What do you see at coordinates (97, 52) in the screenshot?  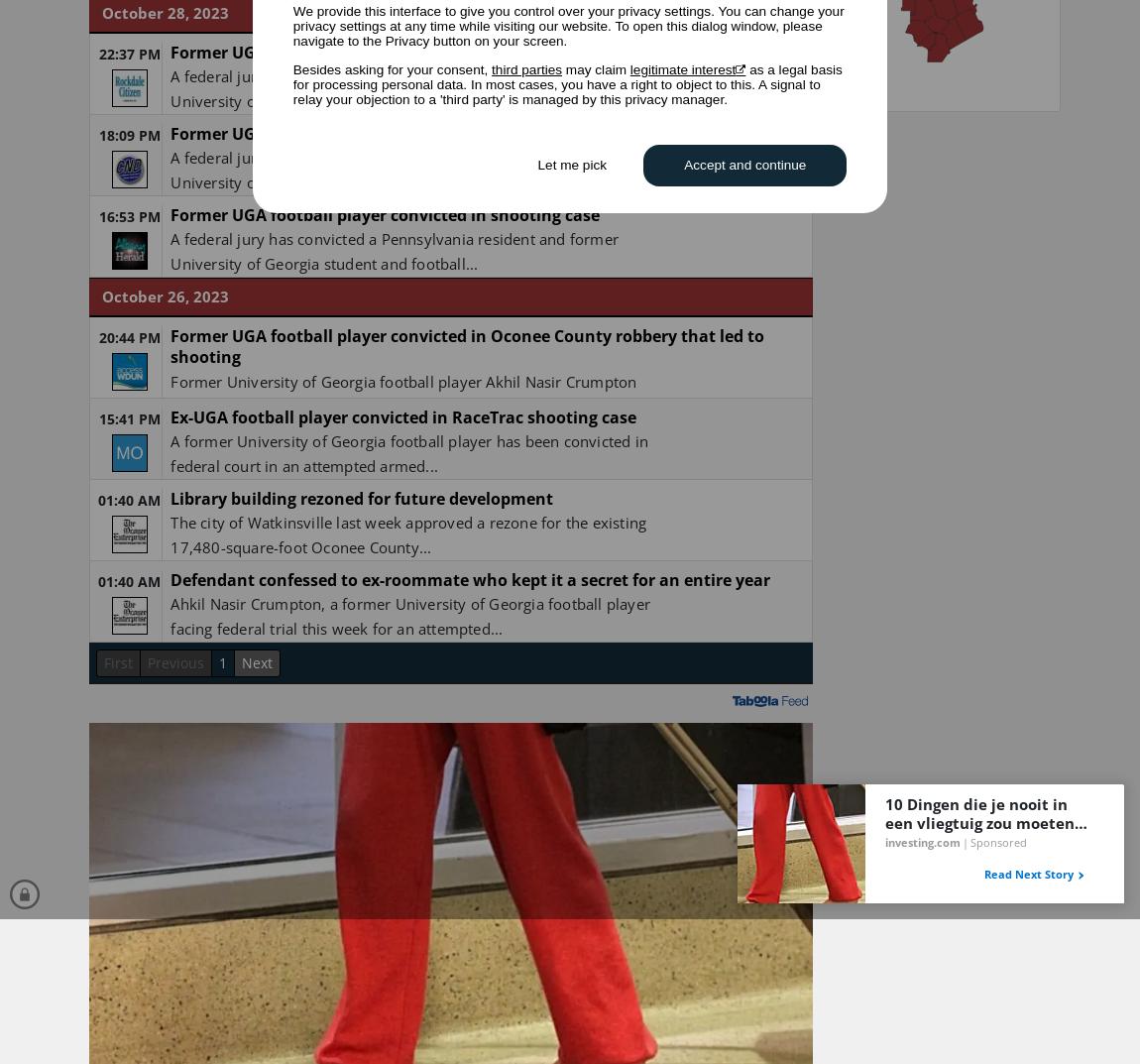 I see `'22:37 PM'` at bounding box center [97, 52].